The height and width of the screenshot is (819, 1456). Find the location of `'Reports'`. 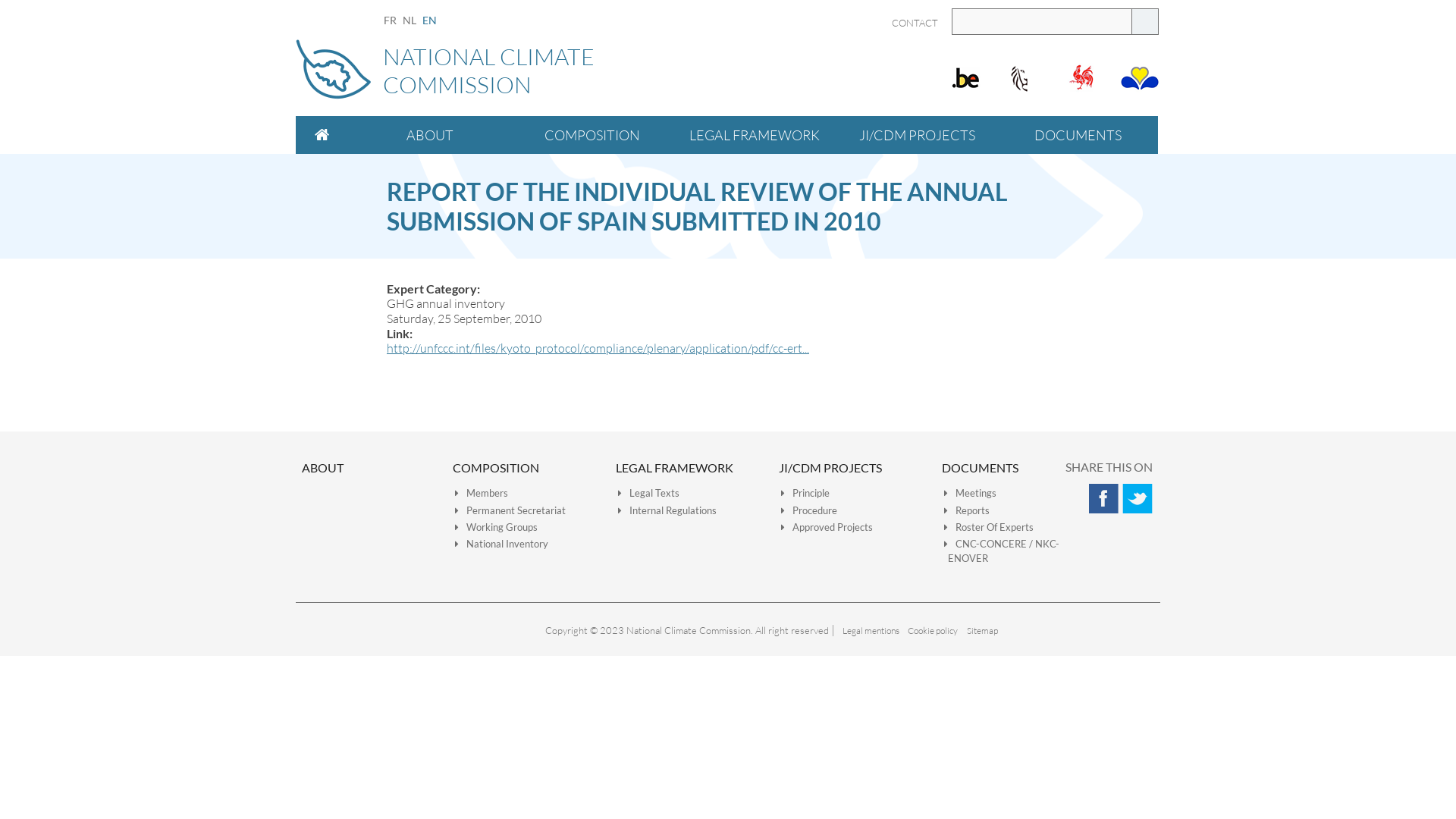

'Reports' is located at coordinates (966, 510).